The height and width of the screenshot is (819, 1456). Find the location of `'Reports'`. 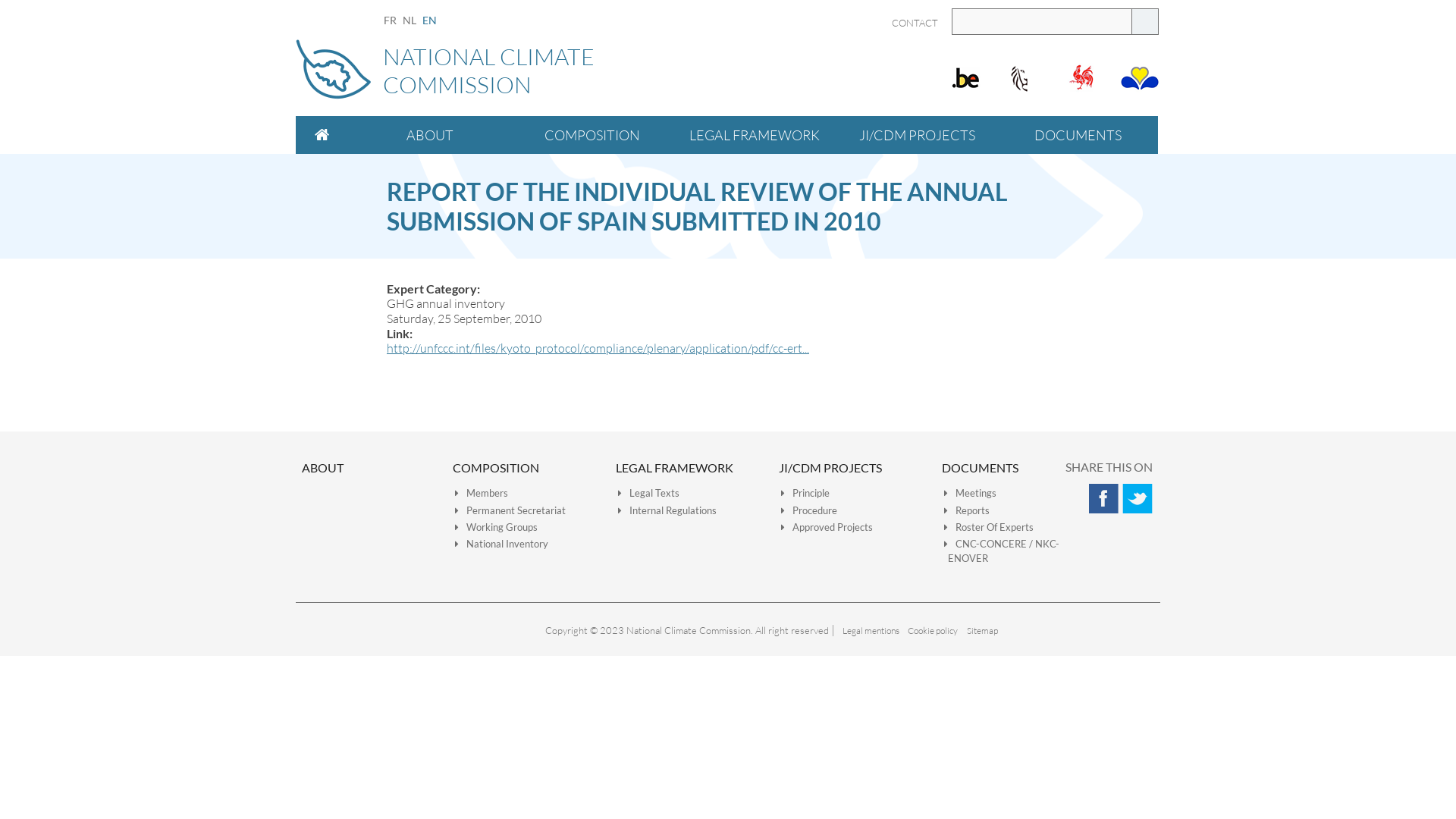

'Reports' is located at coordinates (966, 510).